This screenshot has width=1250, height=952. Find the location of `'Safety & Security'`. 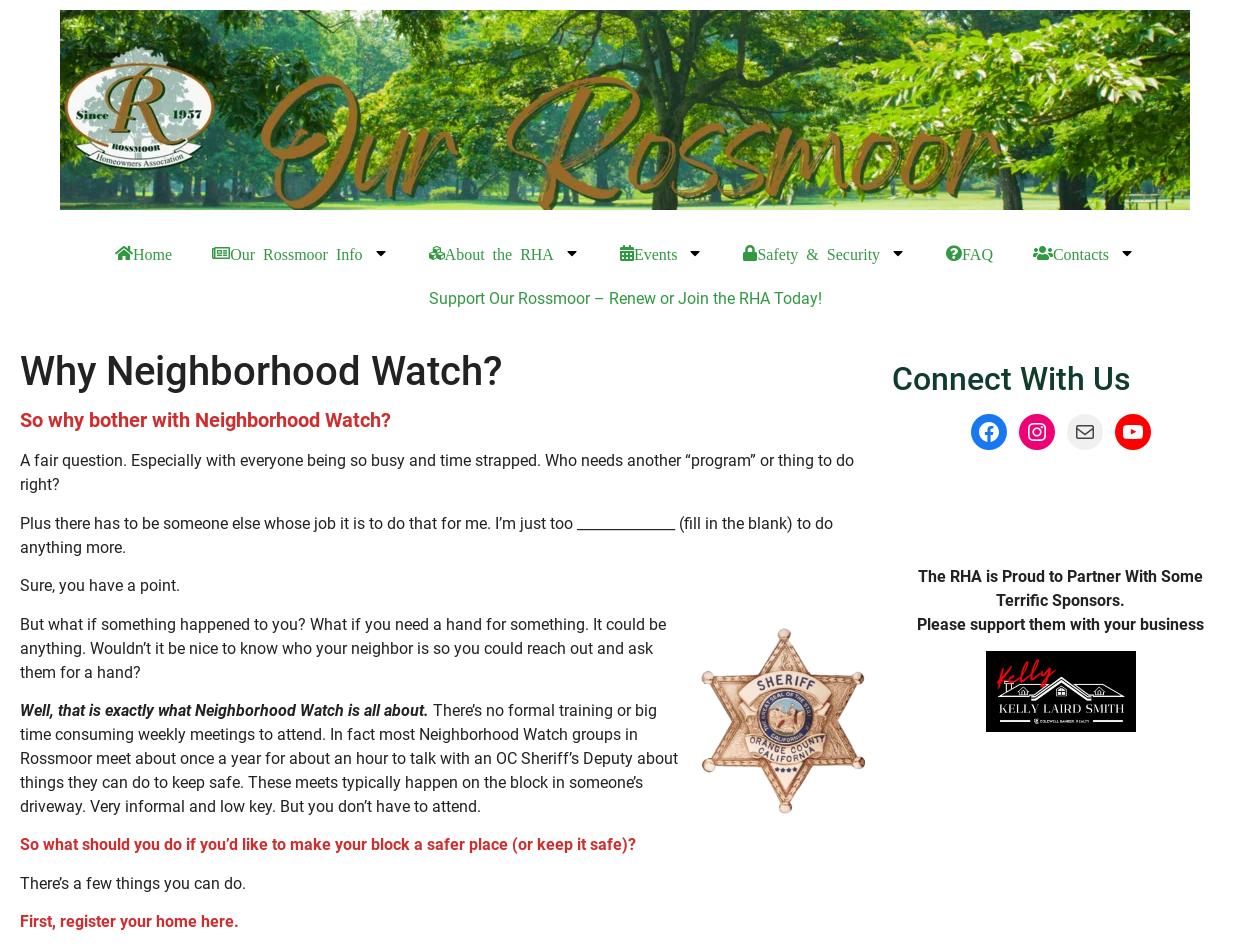

'Safety & Security' is located at coordinates (757, 253).